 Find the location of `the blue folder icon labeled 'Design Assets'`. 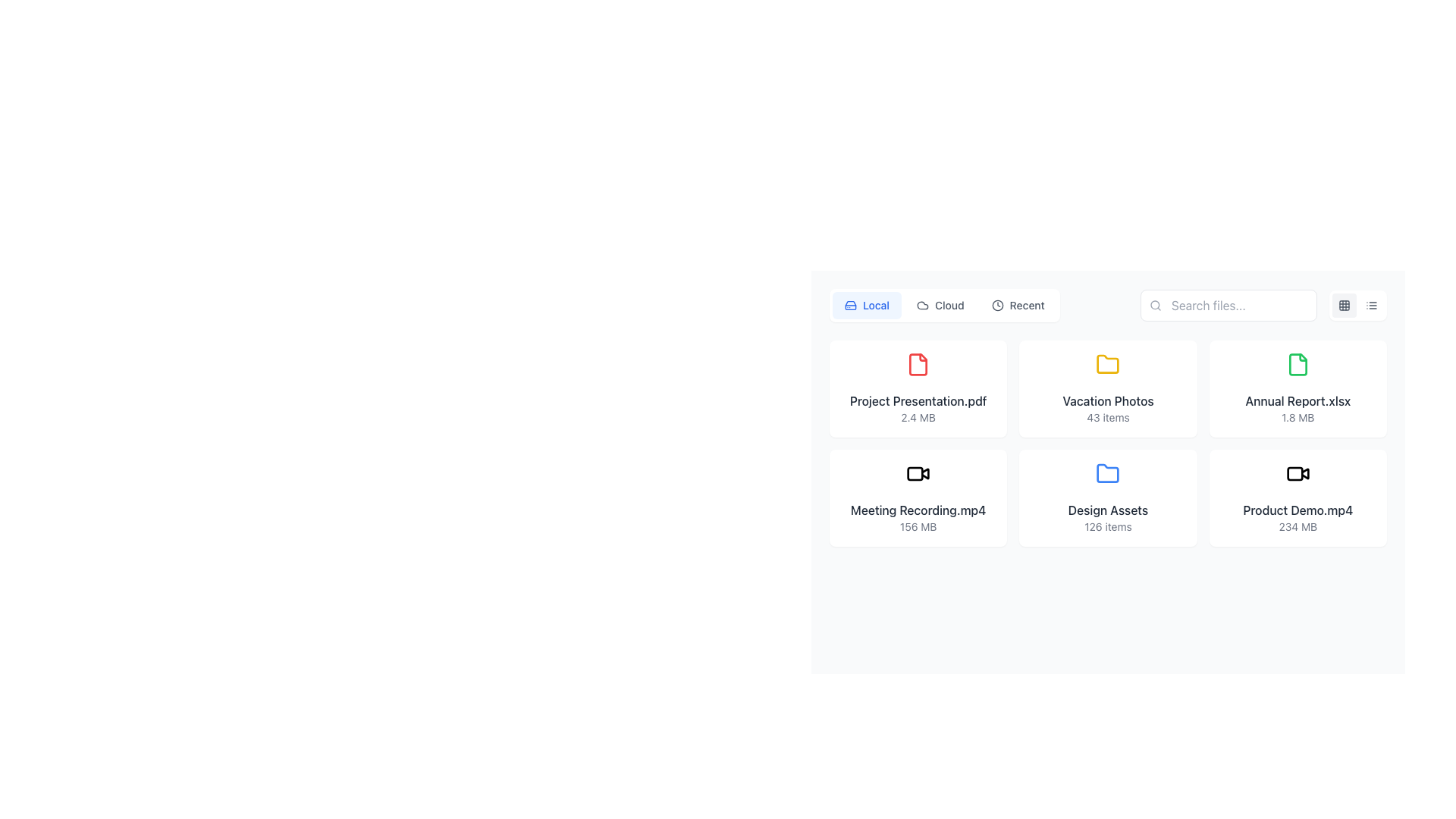

the blue folder icon labeled 'Design Assets' is located at coordinates (1108, 497).